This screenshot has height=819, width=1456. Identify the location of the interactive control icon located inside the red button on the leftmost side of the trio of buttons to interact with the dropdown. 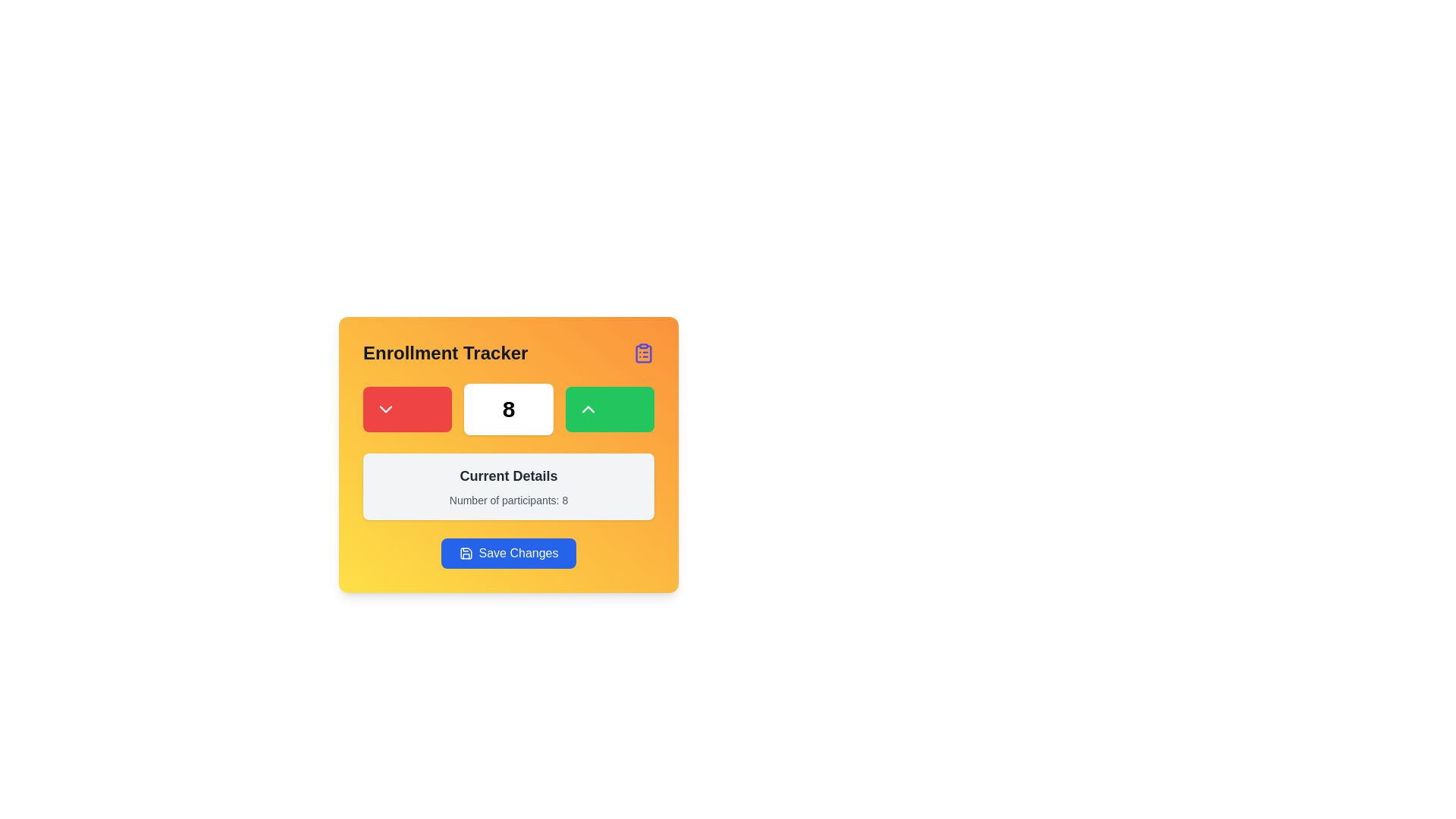
(385, 409).